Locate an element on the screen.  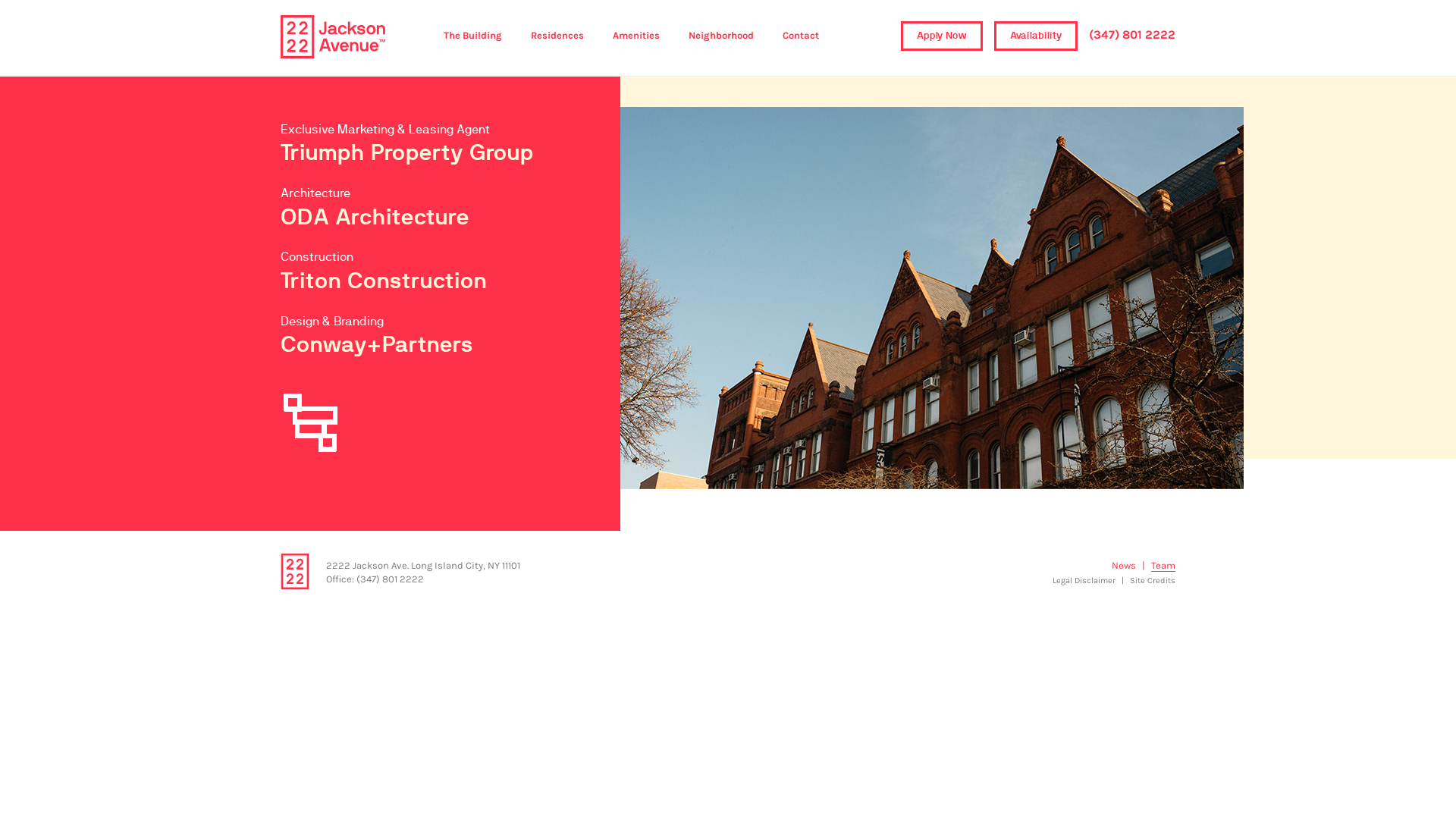
'Conway+Partners' is located at coordinates (377, 345).